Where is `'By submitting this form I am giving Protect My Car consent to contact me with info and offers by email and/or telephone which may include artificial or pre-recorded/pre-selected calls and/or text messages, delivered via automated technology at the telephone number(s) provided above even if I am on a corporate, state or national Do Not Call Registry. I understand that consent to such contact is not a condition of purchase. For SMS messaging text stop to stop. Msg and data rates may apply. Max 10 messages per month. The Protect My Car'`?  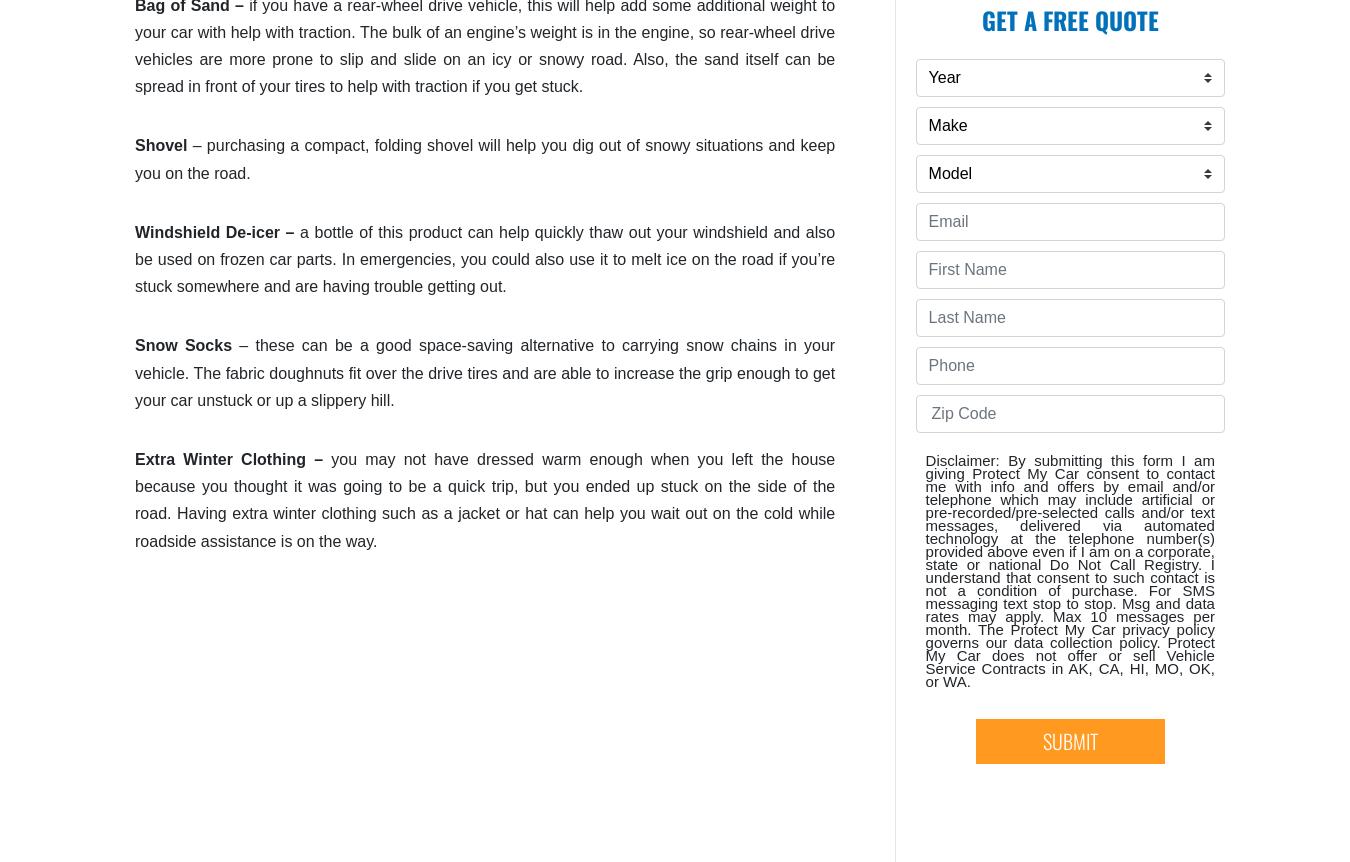 'By submitting this form I am giving Protect My Car consent to contact me with info and offers by email and/or telephone which may include artificial or pre-recorded/pre-selected calls and/or text messages, delivered via automated technology at the telephone number(s) provided above even if I am on a corporate, state or national Do Not Call Registry. I understand that consent to such contact is not a condition of purchase. For SMS messaging text stop to stop. Msg and data rates may apply. Max 10 messages per month. The Protect My Car' is located at coordinates (1069, 544).